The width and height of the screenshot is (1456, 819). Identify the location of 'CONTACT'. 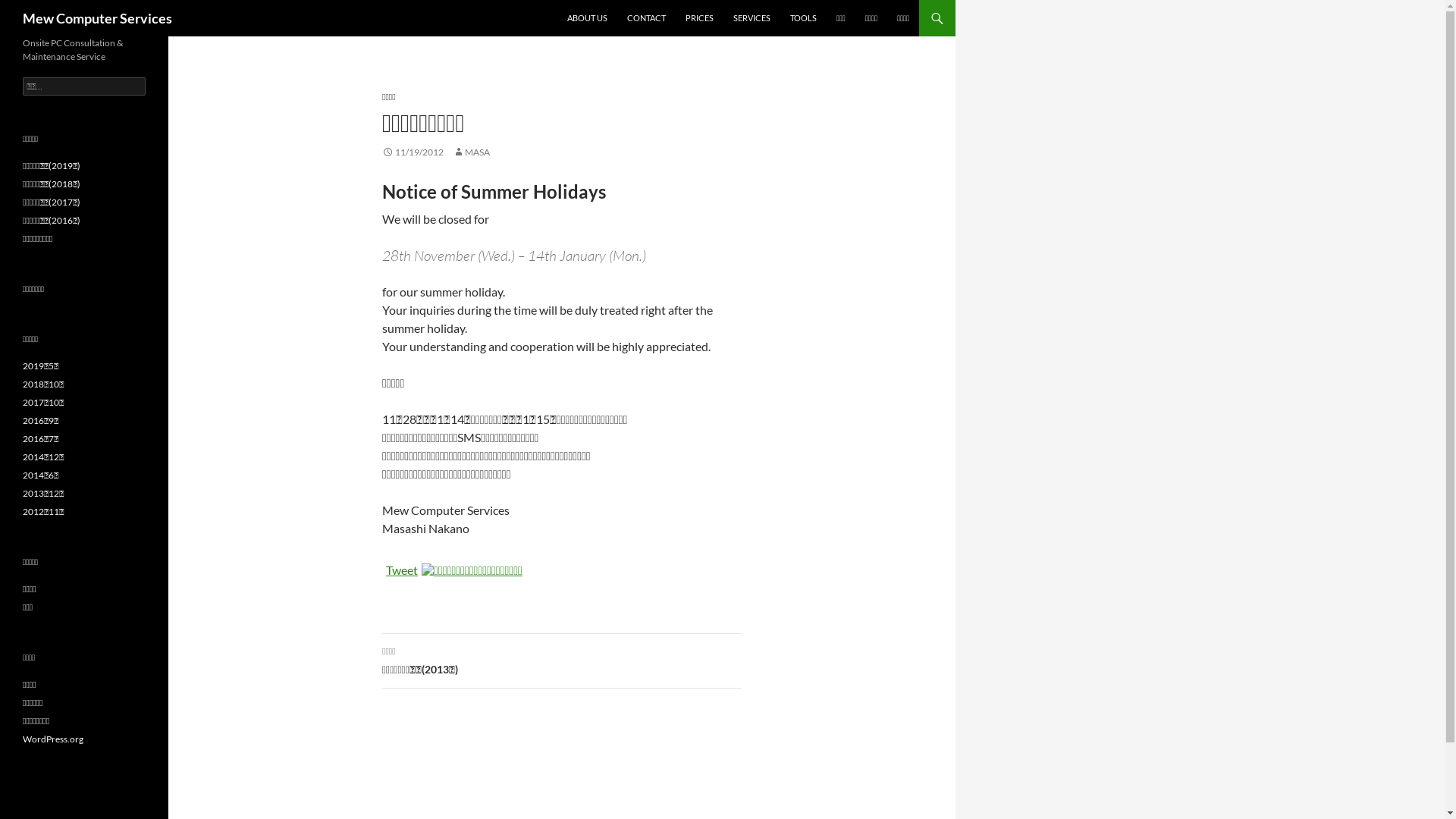
(646, 17).